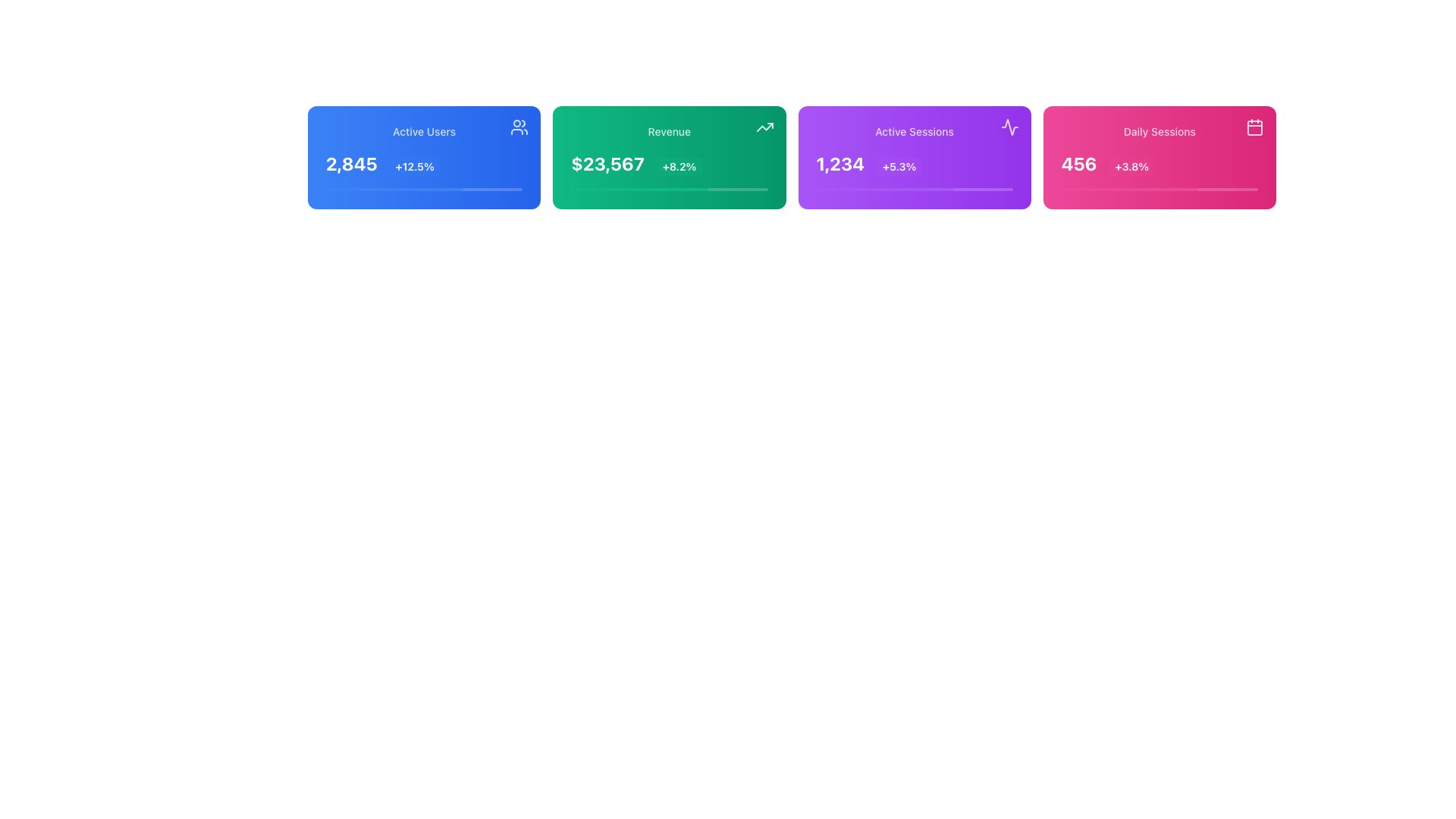  What do you see at coordinates (1255, 127) in the screenshot?
I see `the small rectangular shape with rounded corners within the calendar icon located at the top right corner of the pink card titled 'Daily Sessions'` at bounding box center [1255, 127].